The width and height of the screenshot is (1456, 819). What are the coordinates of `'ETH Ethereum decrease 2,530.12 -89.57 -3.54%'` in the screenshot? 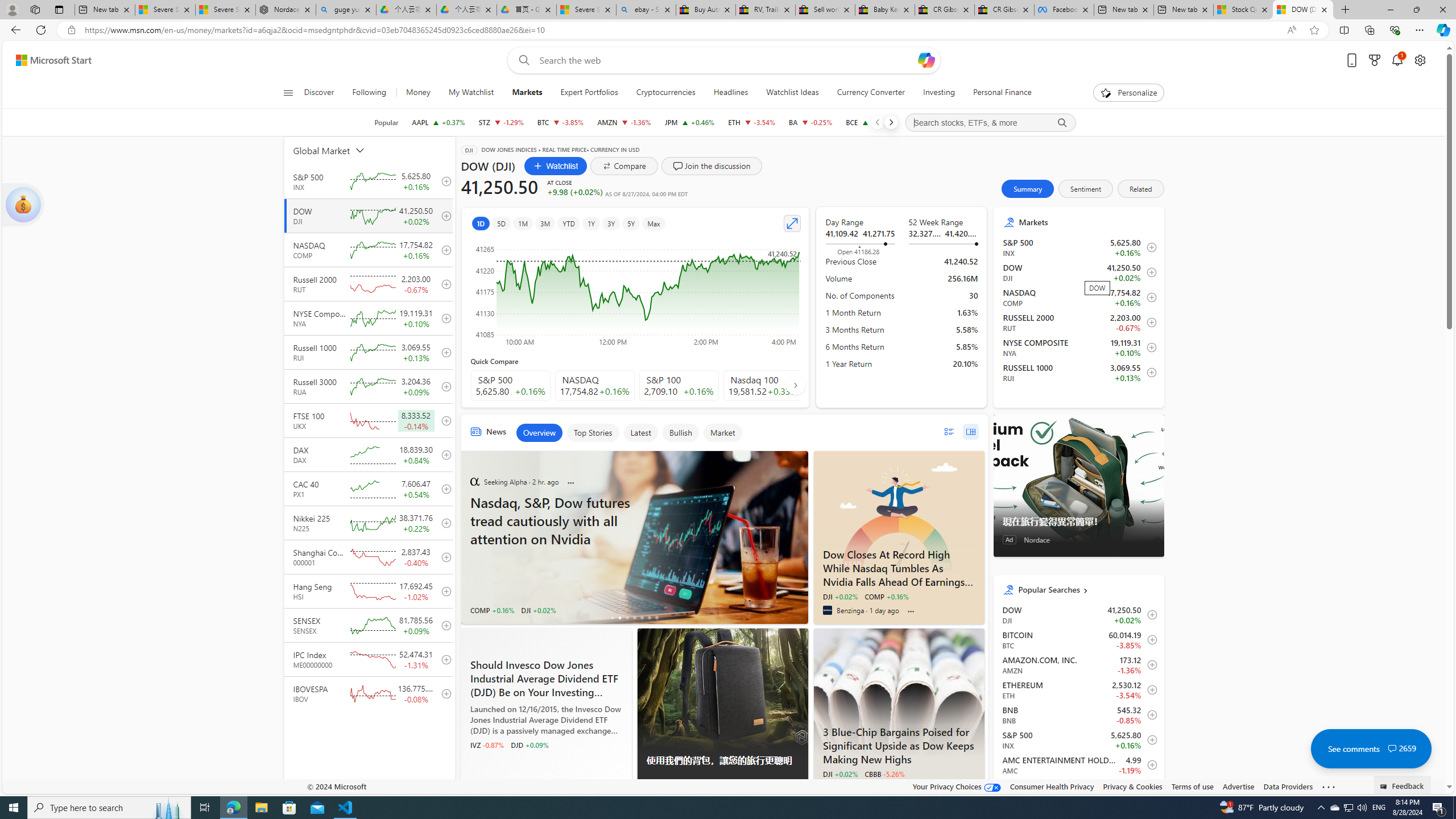 It's located at (751, 122).